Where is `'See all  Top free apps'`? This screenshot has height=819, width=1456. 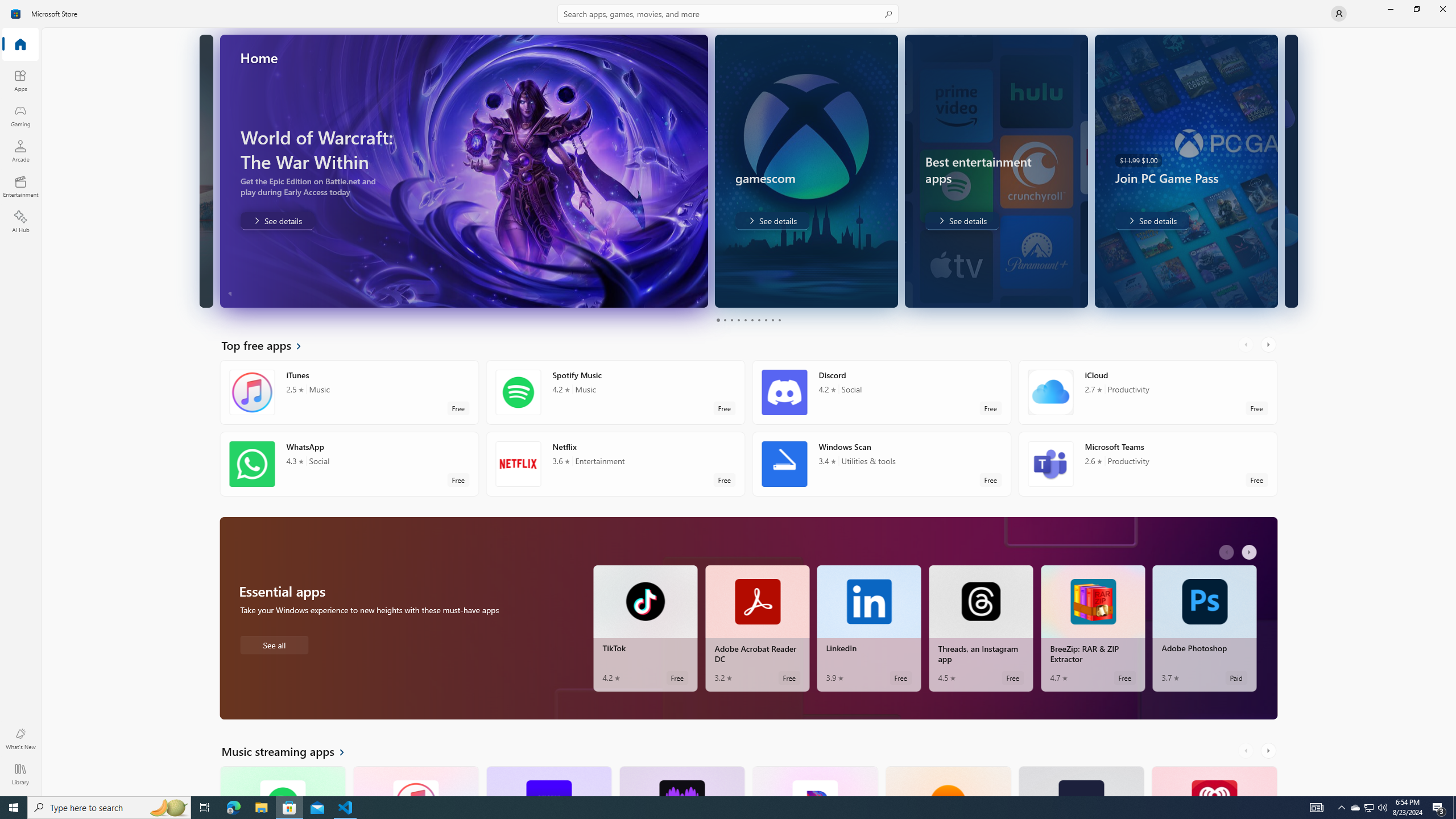 'See all  Top free apps' is located at coordinates (268, 344).